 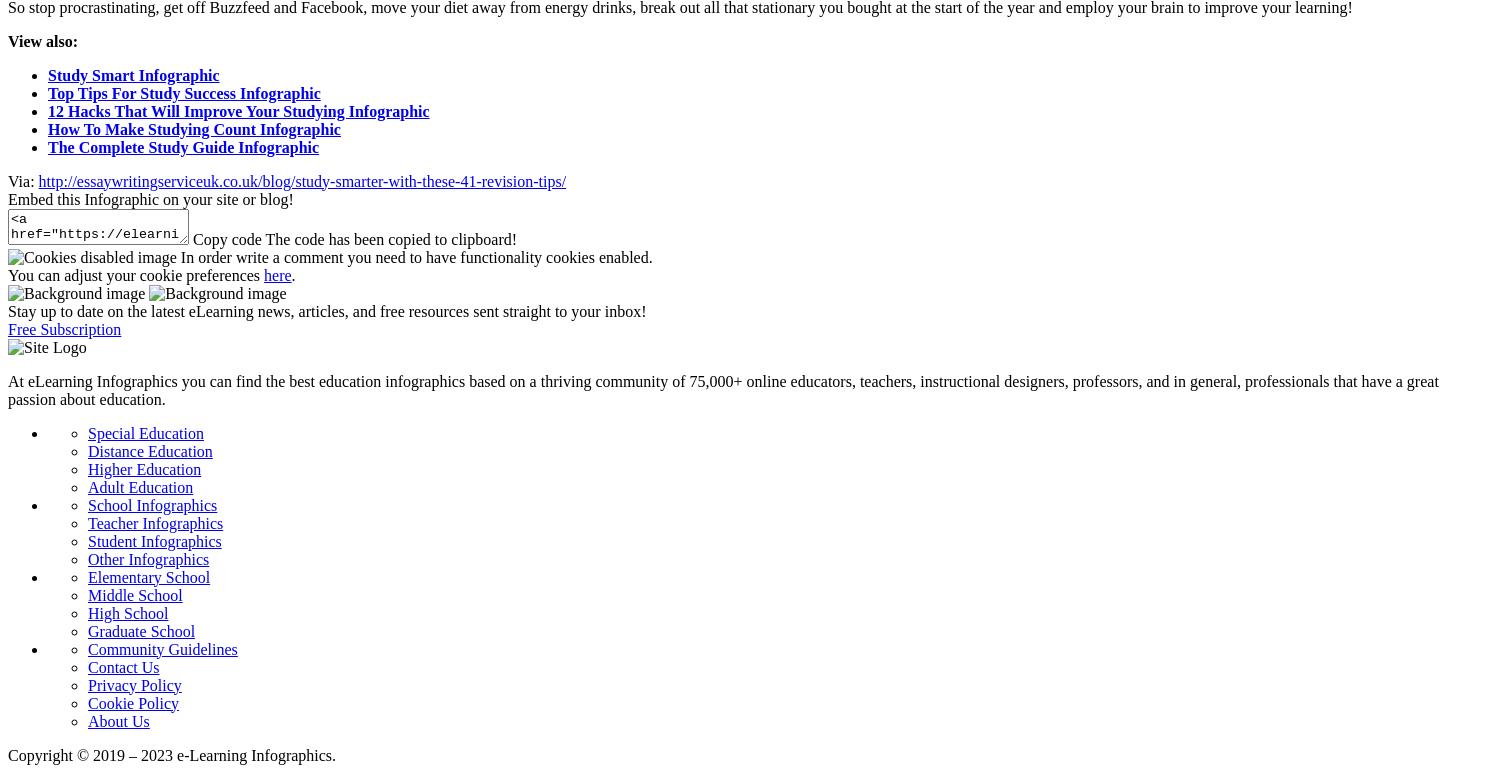 What do you see at coordinates (183, 92) in the screenshot?
I see `'Top Tips For Study Success Infographic'` at bounding box center [183, 92].